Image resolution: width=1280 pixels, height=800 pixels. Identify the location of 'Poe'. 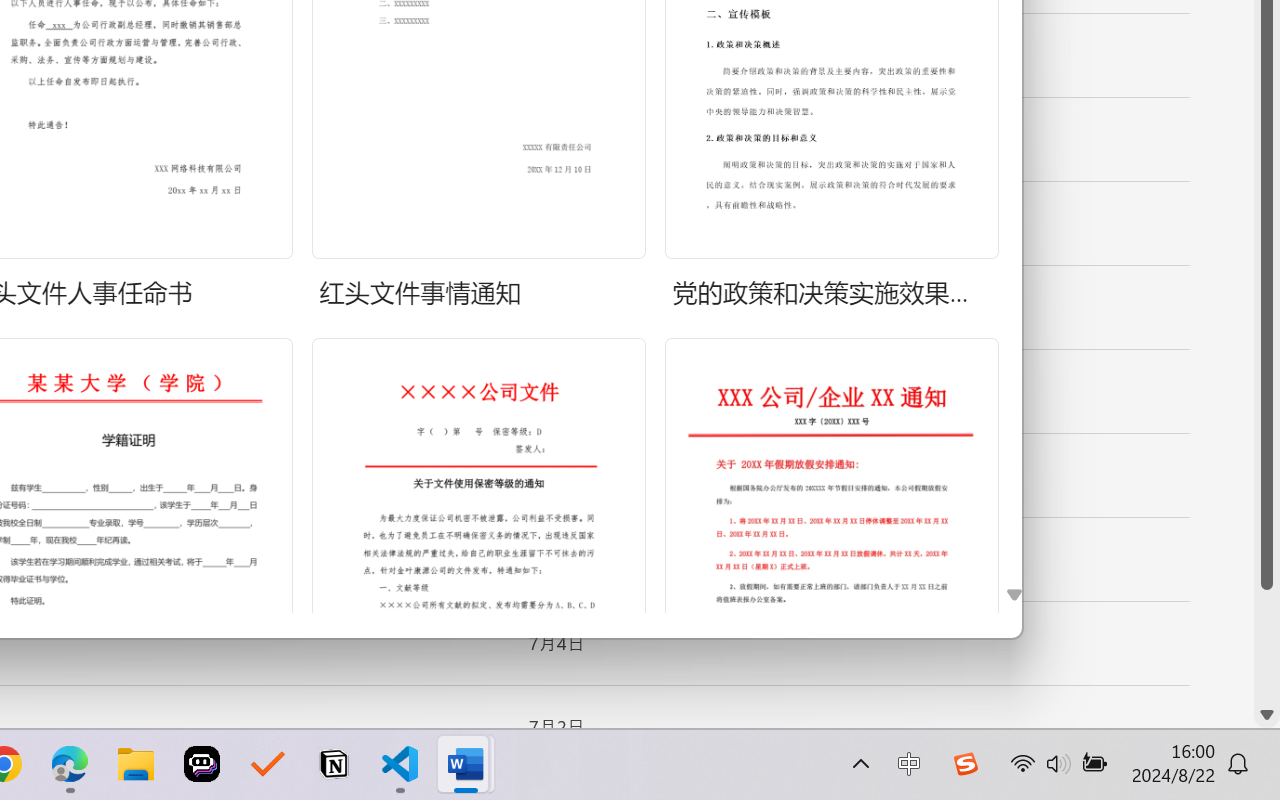
(202, 764).